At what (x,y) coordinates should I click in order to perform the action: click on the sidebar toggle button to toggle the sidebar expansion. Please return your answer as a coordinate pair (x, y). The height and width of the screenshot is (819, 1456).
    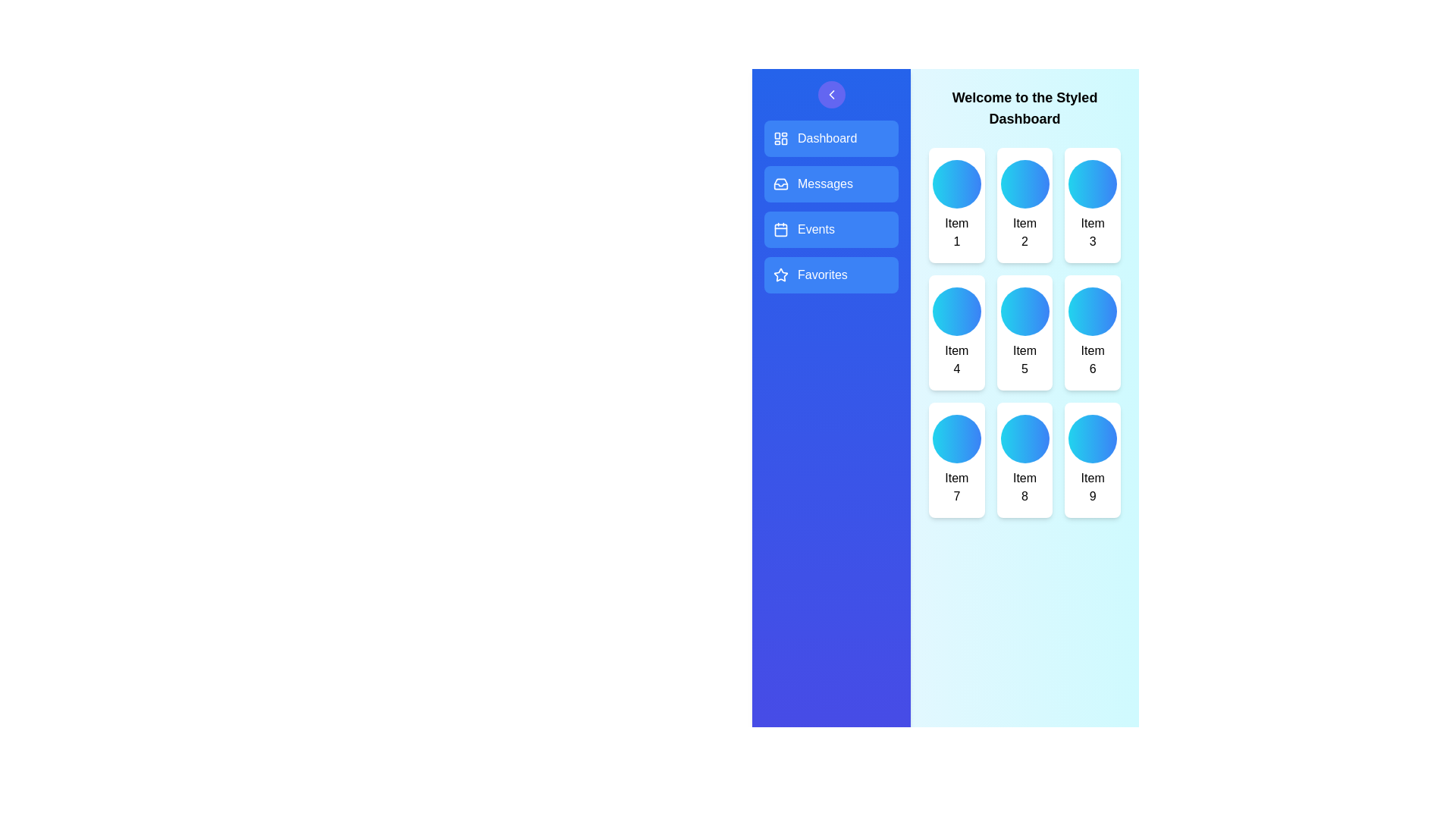
    Looking at the image, I should click on (830, 94).